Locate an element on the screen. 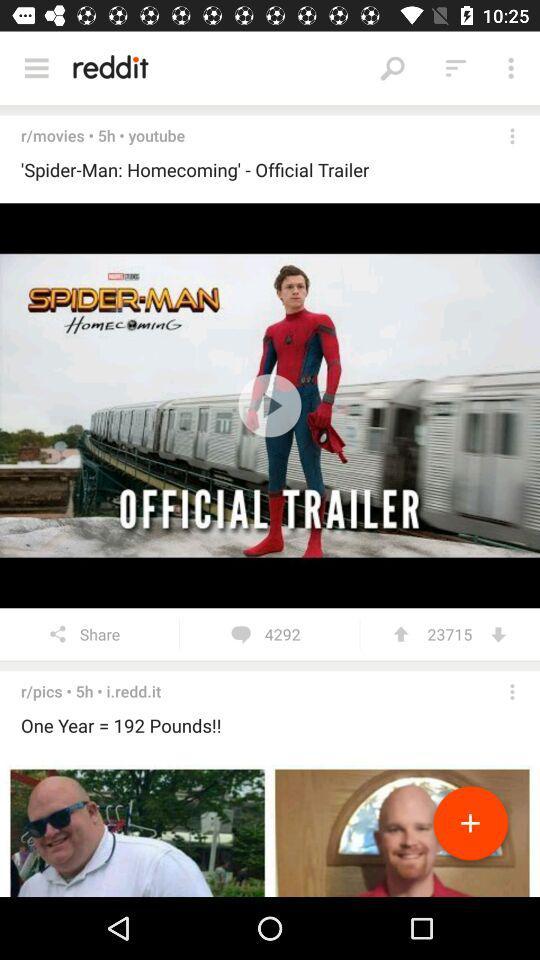 The width and height of the screenshot is (540, 960). photo is located at coordinates (470, 827).